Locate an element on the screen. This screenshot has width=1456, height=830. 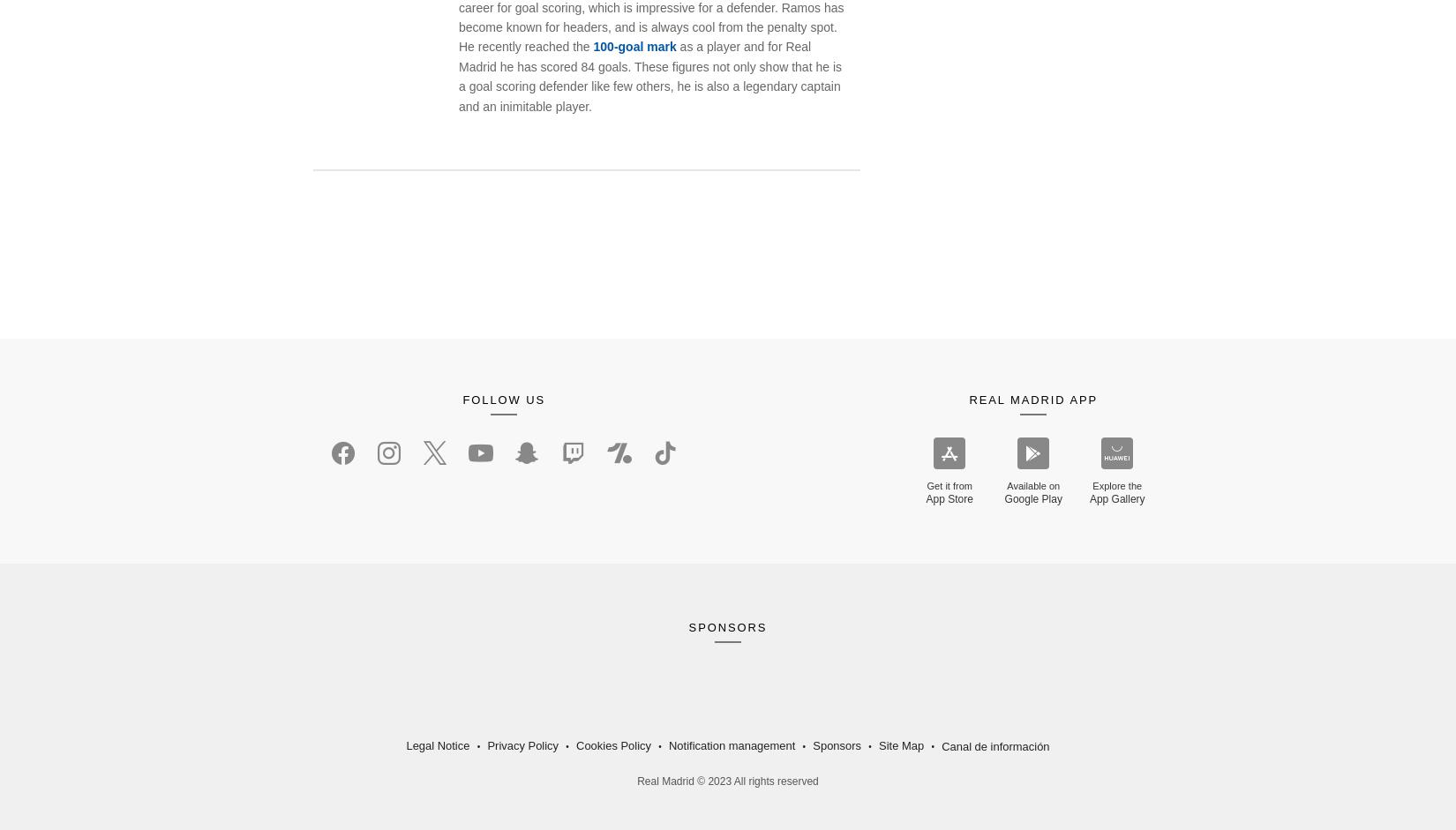
'App Gallery' is located at coordinates (1089, 498).